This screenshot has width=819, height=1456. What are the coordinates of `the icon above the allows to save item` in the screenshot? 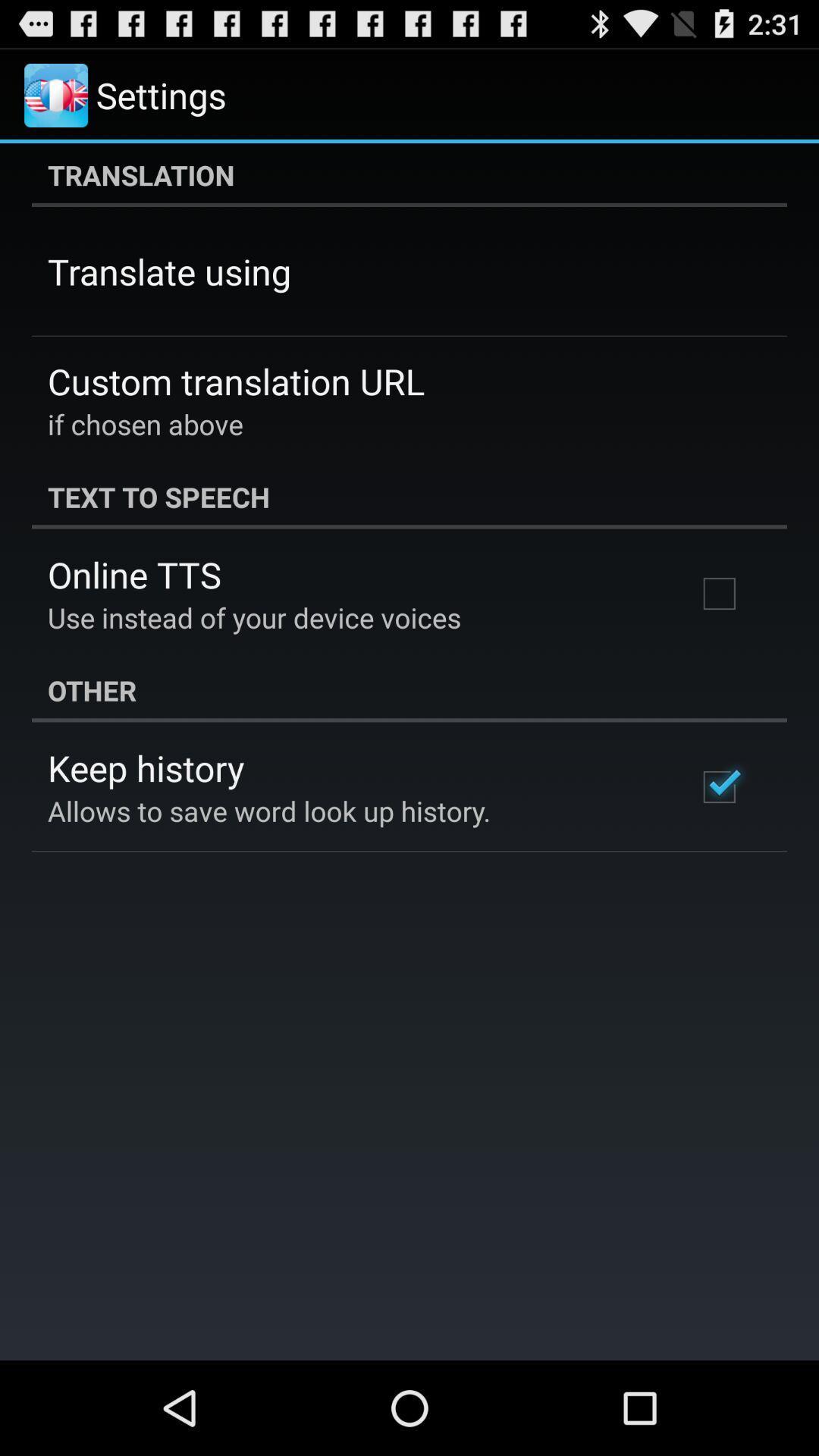 It's located at (146, 767).